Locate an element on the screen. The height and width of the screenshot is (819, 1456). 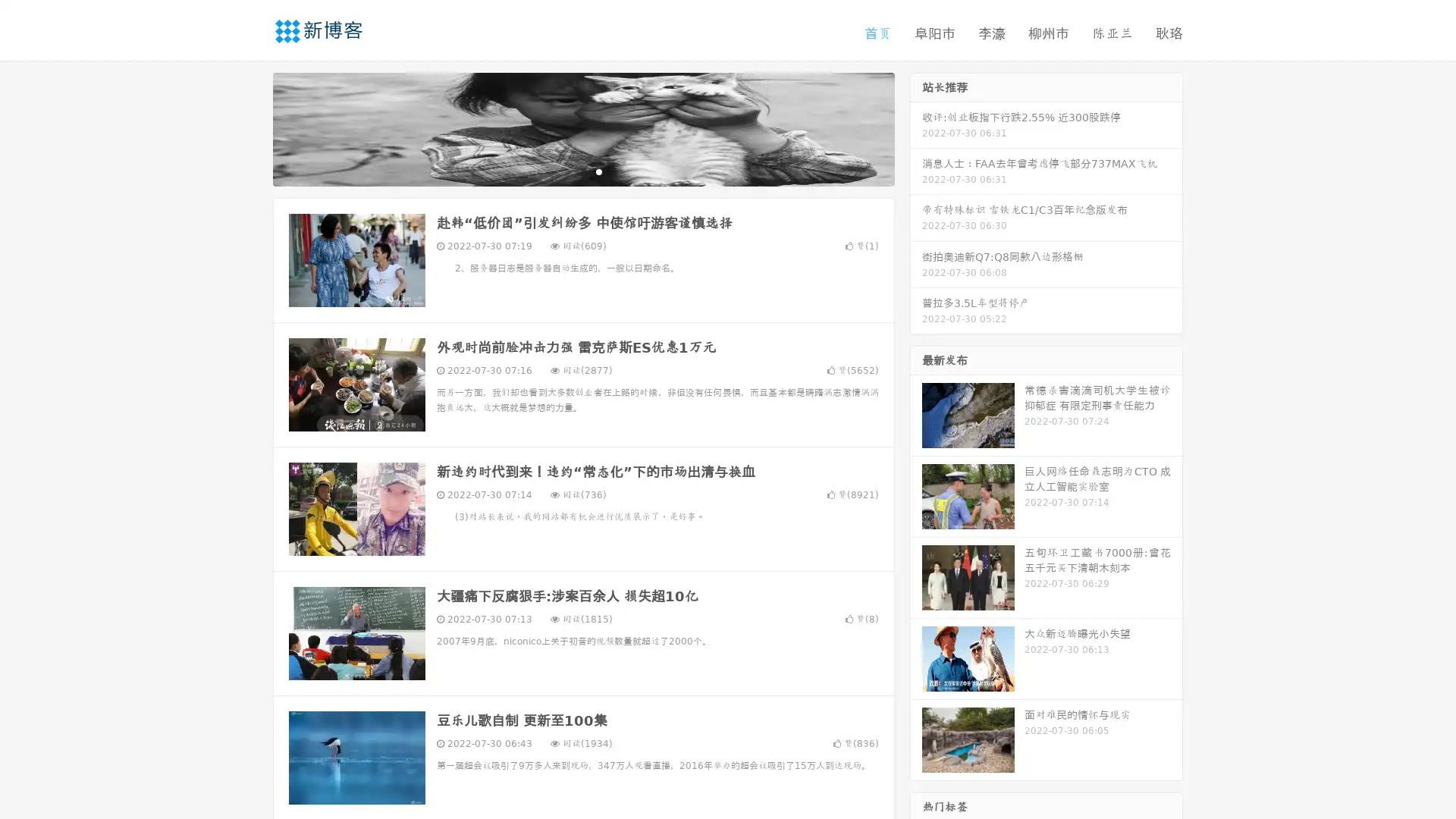
Go to slide 2 is located at coordinates (582, 171).